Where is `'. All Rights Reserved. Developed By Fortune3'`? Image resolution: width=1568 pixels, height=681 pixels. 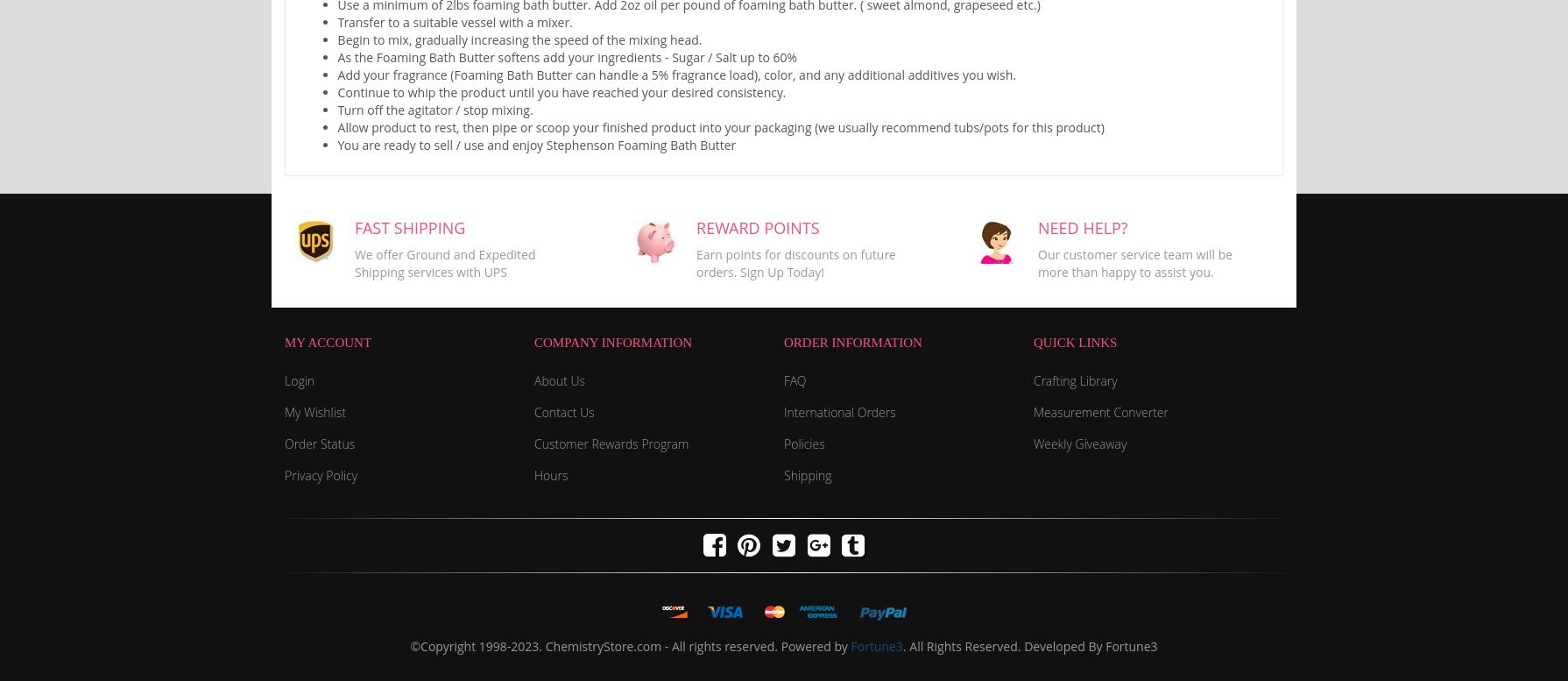
'. All Rights Reserved. Developed By Fortune3' is located at coordinates (1029, 645).